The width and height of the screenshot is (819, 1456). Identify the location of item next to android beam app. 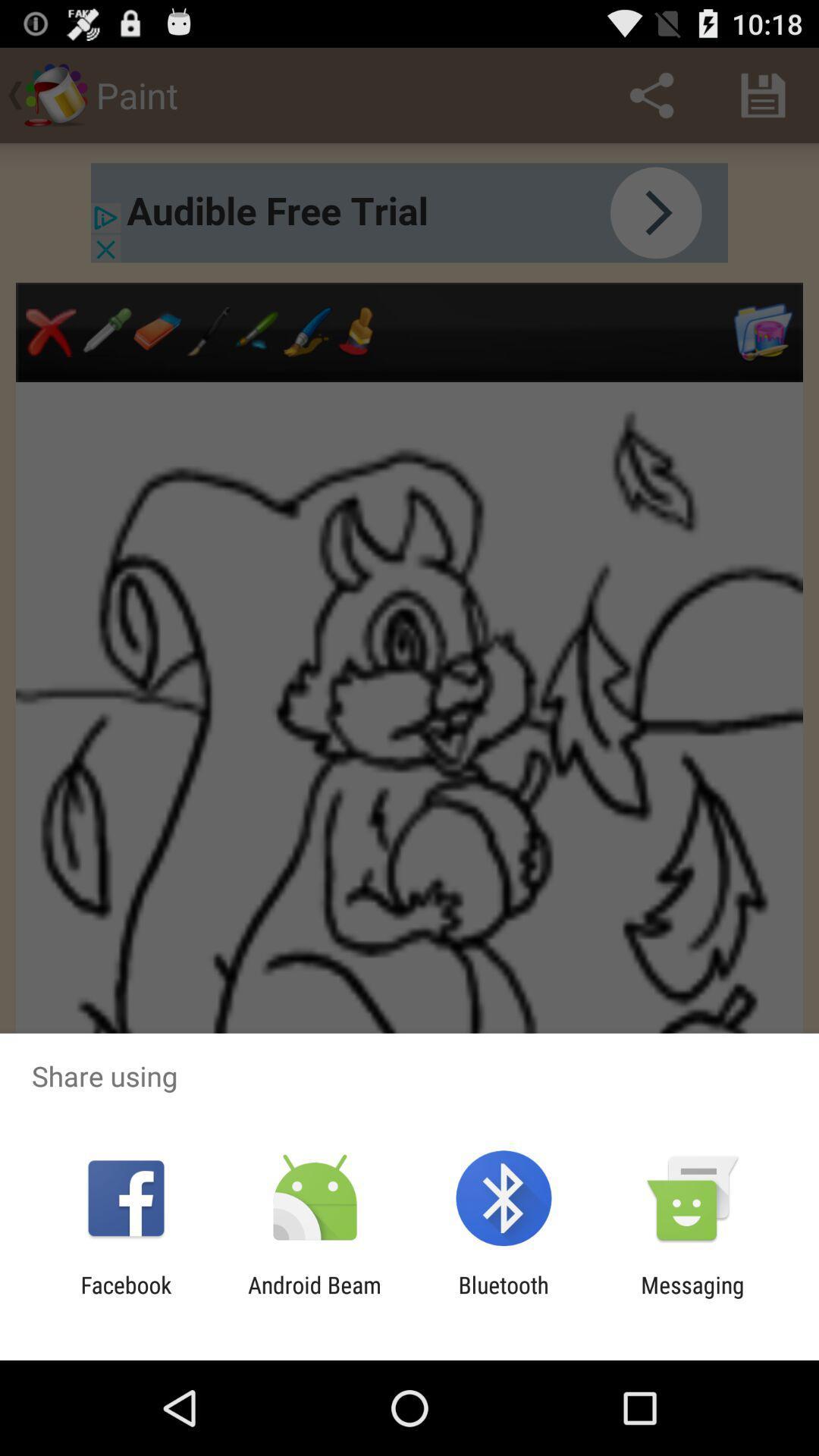
(504, 1298).